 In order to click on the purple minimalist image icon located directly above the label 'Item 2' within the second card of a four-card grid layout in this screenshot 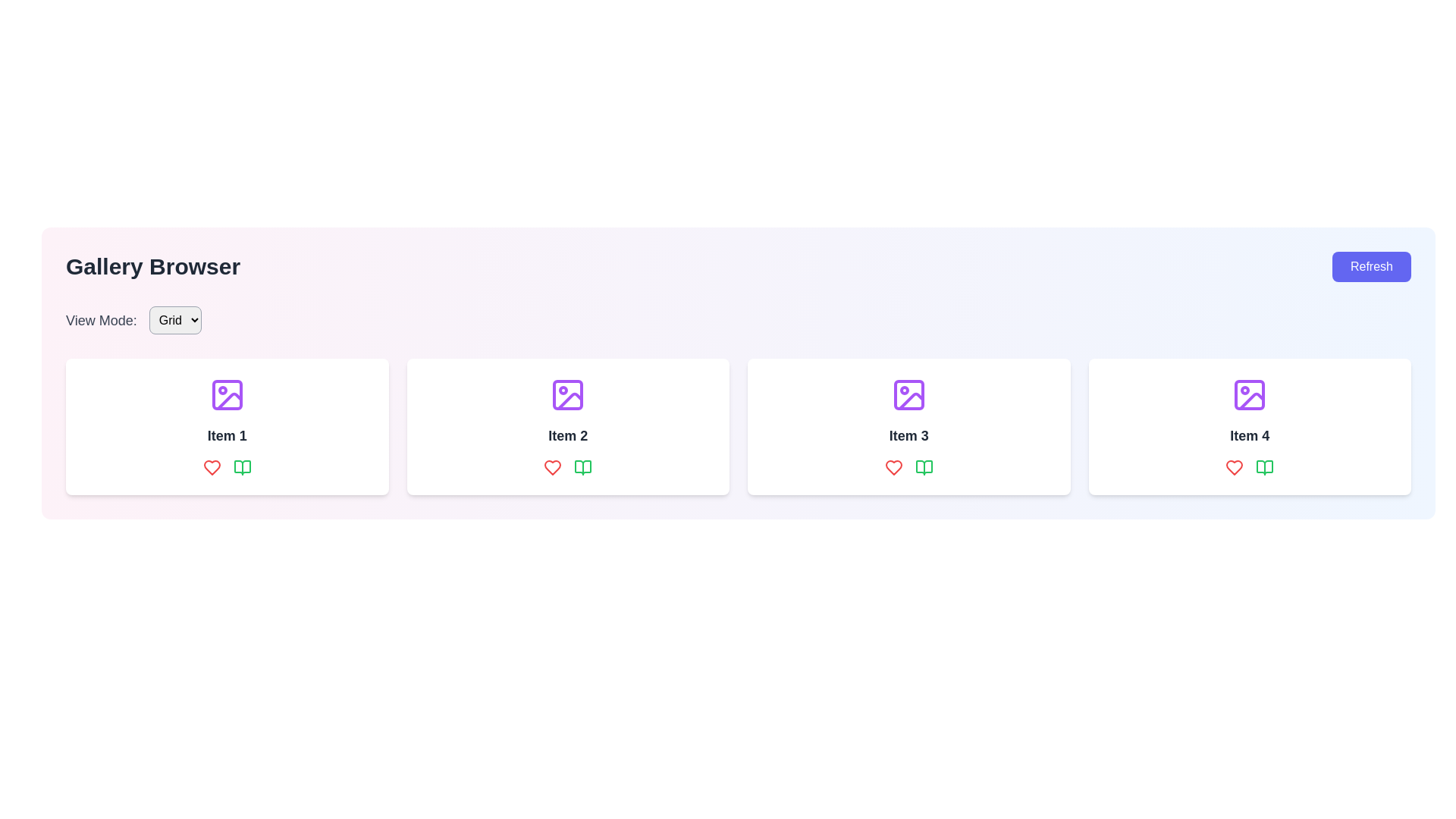, I will do `click(567, 394)`.